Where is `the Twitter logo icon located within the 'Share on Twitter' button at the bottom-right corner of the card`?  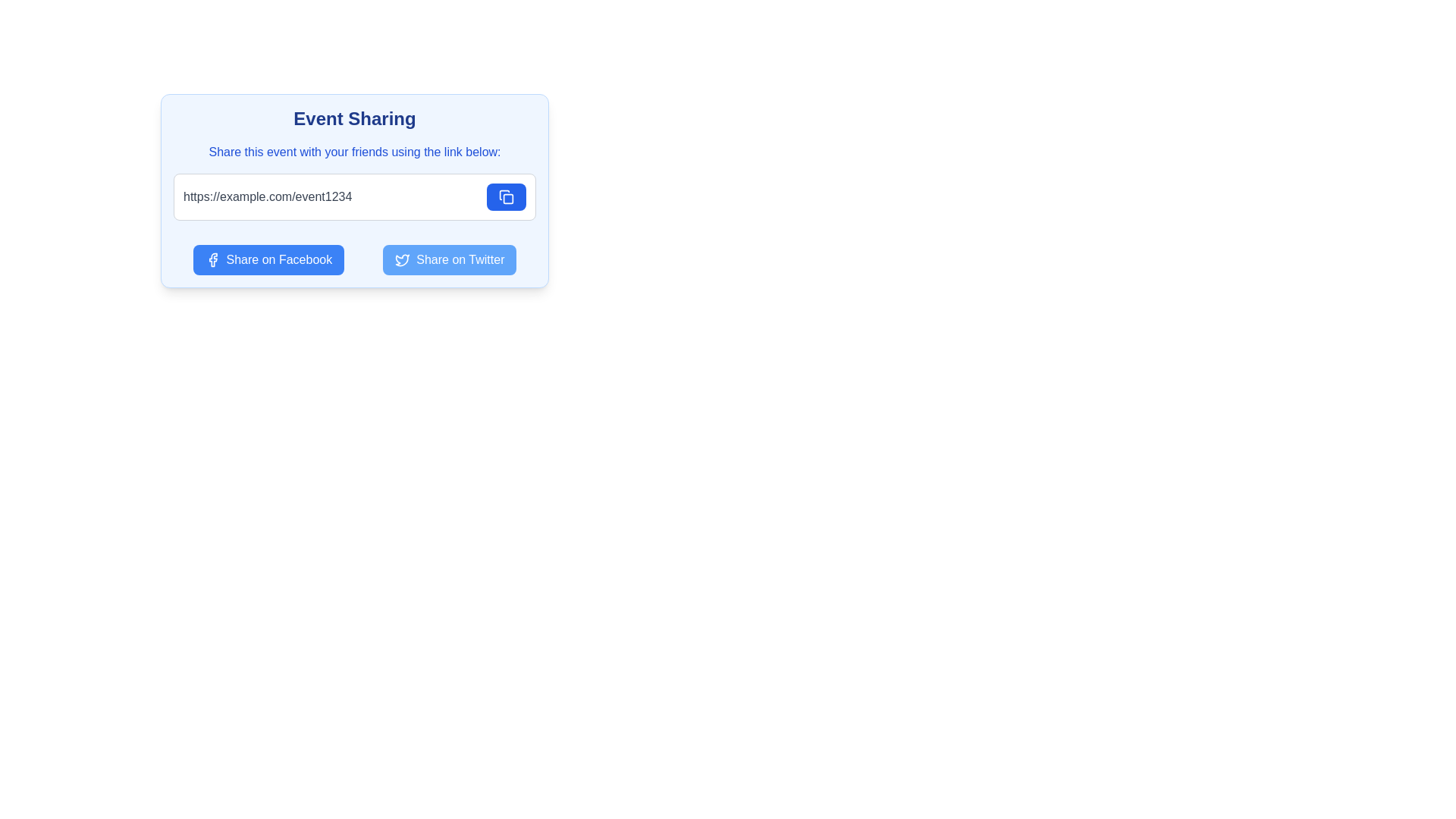 the Twitter logo icon located within the 'Share on Twitter' button at the bottom-right corner of the card is located at coordinates (403, 259).